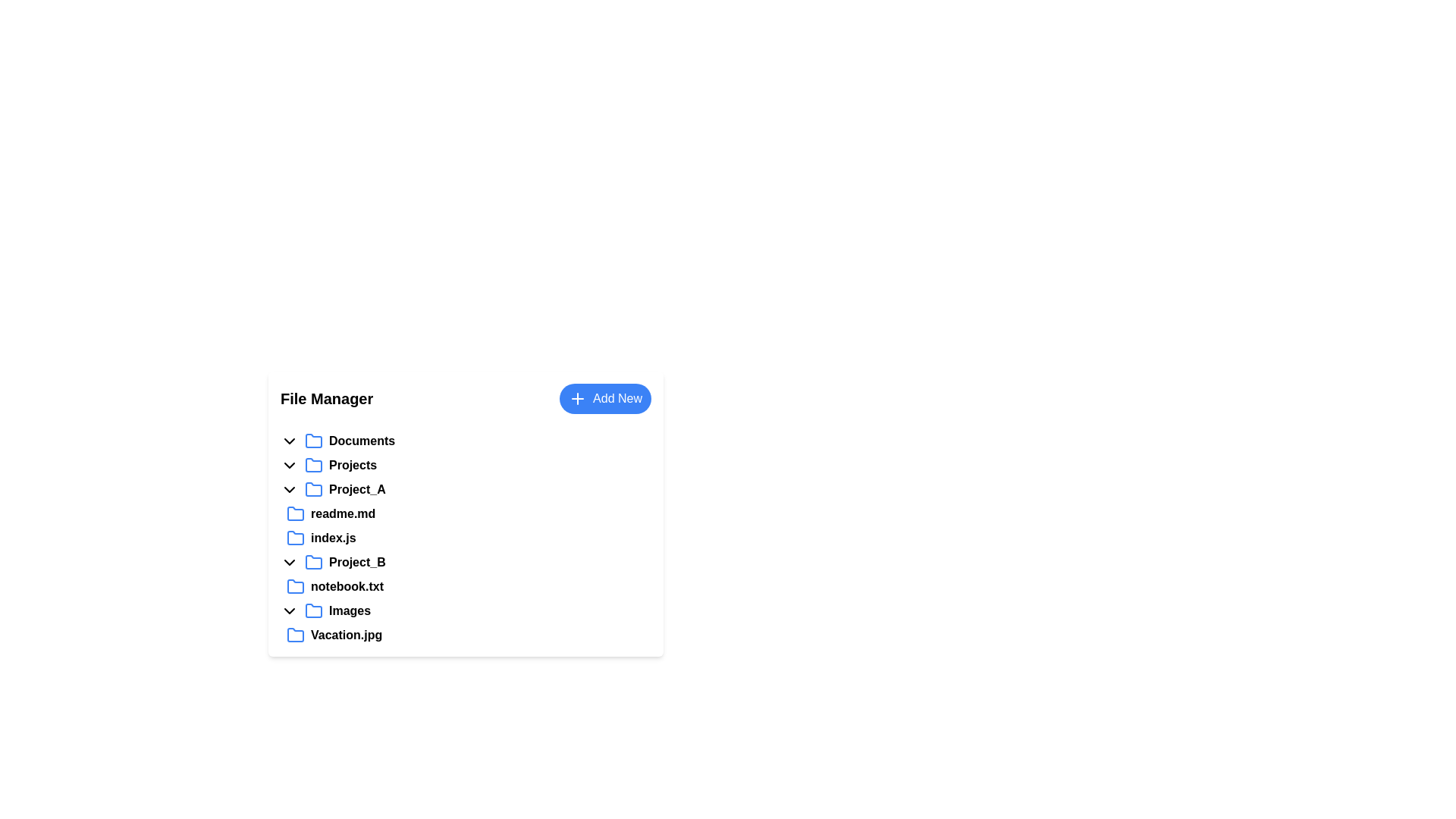 This screenshot has width=1456, height=819. Describe the element at coordinates (465, 635) in the screenshot. I see `the file entry labeled 'Vacation.jpg' located under the 'Images' section` at that location.